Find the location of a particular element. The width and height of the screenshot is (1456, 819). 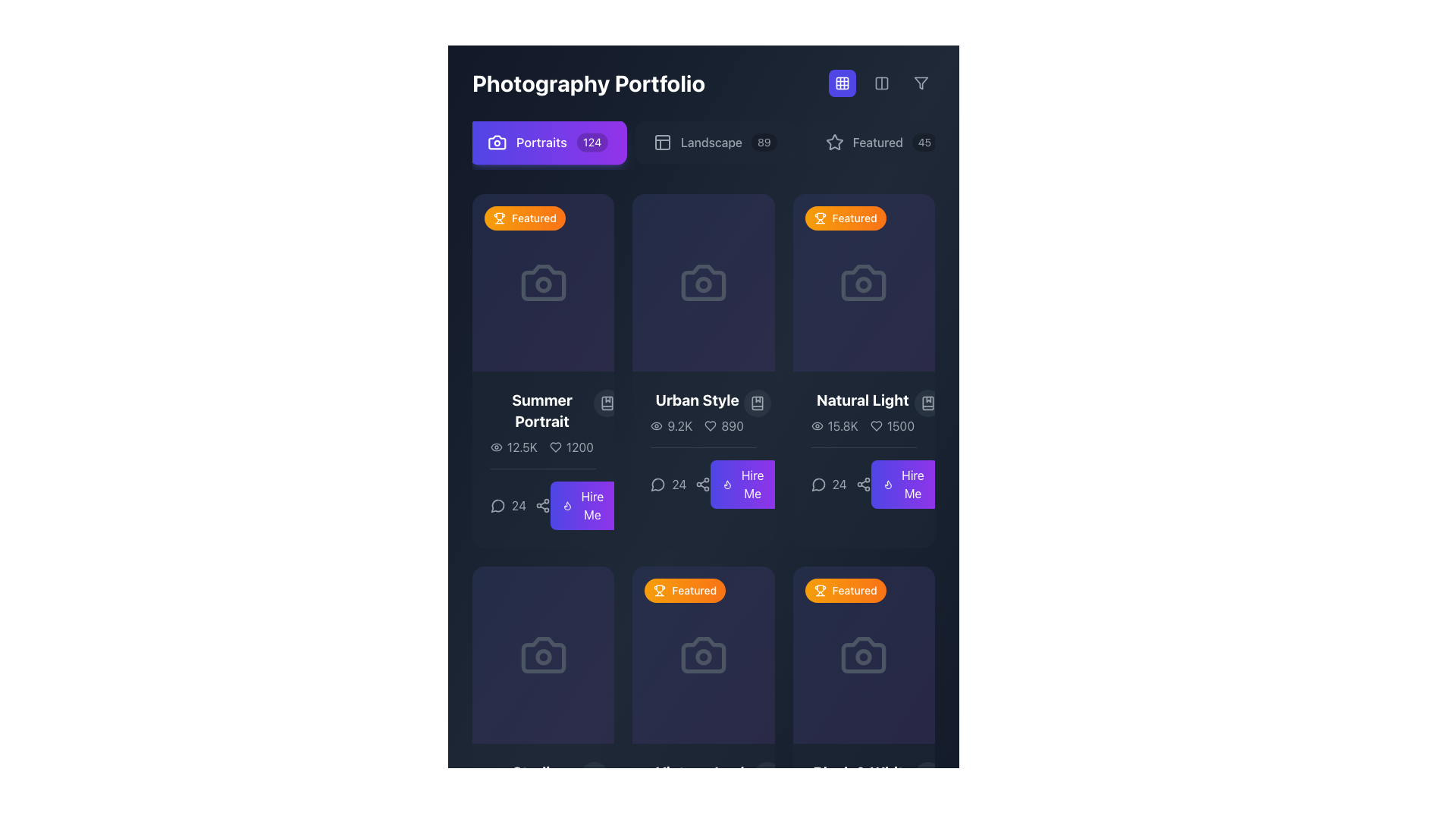

the camera icon outlined in a square card background located in the second column of the bottom row of the grid layout is located at coordinates (702, 654).